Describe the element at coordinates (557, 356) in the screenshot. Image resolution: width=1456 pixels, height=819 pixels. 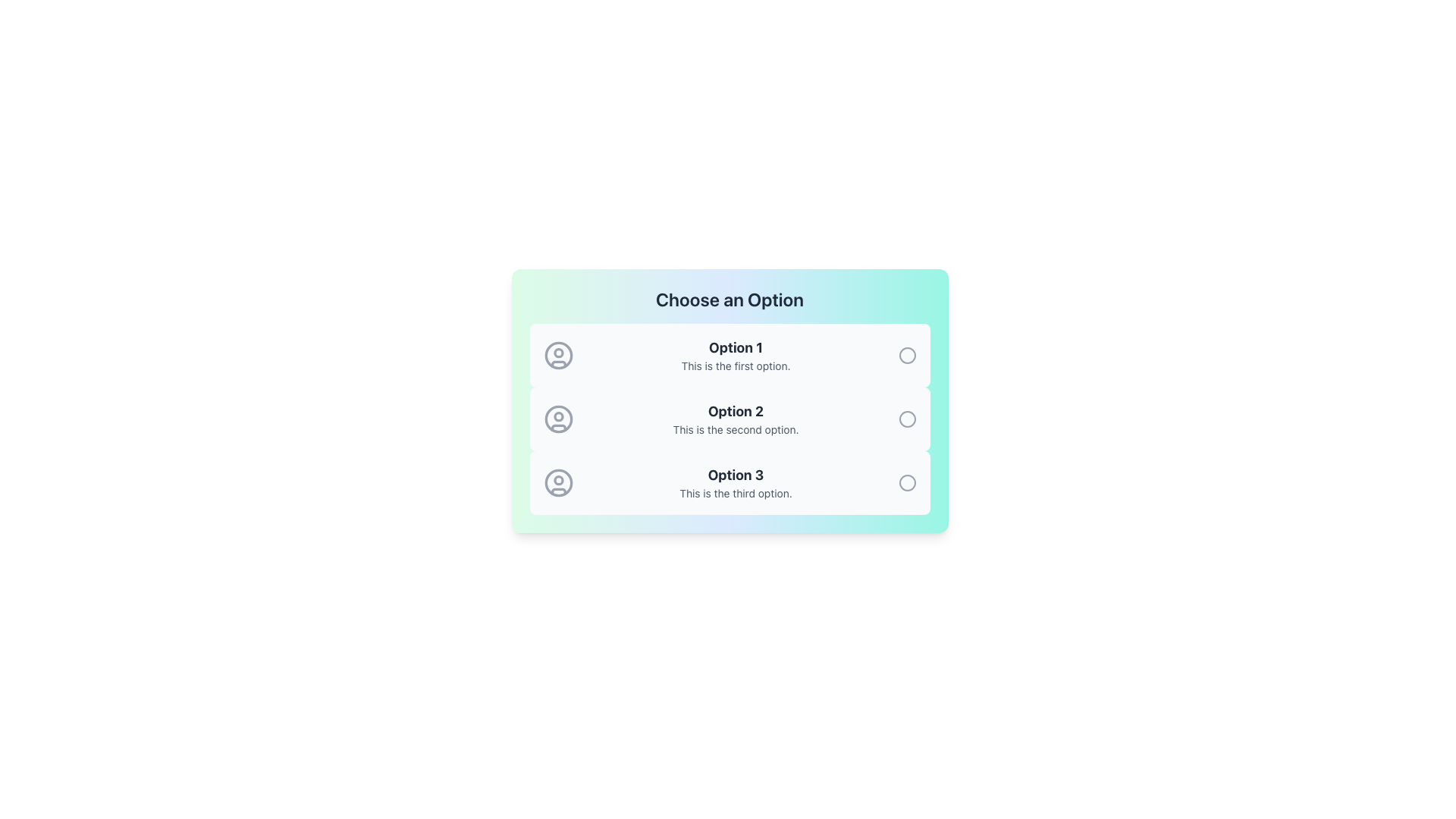
I see `the filled circle graphic component located next to the text 'Option 1' to provide option selection feedback` at that location.